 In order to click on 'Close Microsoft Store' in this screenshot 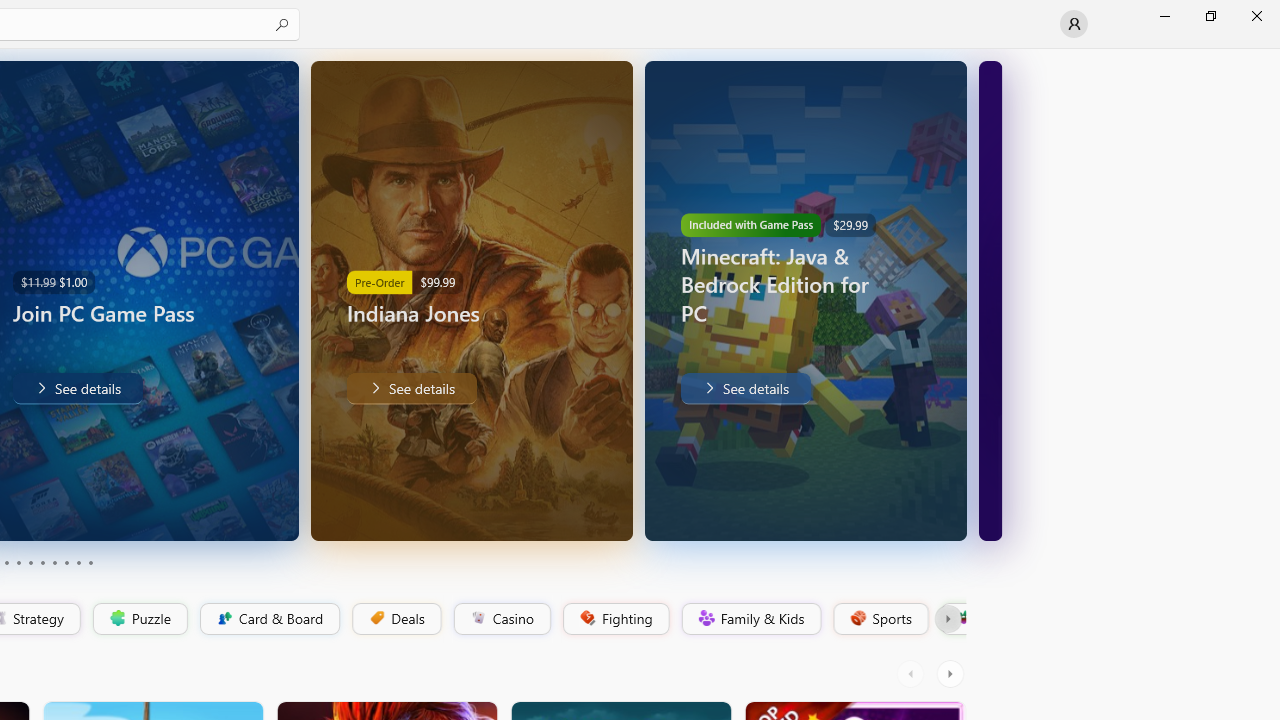, I will do `click(1255, 15)`.